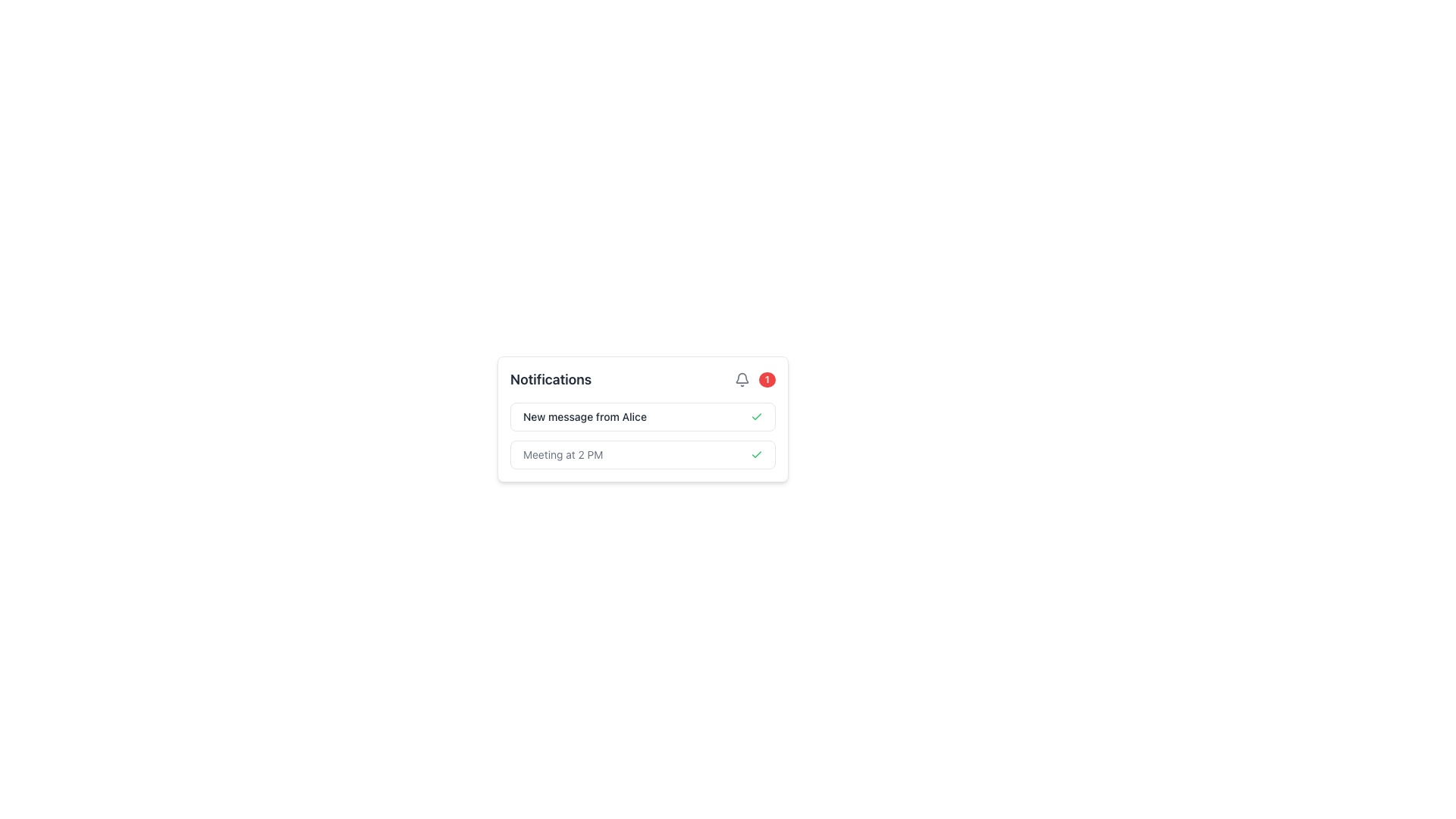 Image resolution: width=1456 pixels, height=819 pixels. I want to click on the confirmation icon associated with the notification 'New message from Alice', so click(757, 417).